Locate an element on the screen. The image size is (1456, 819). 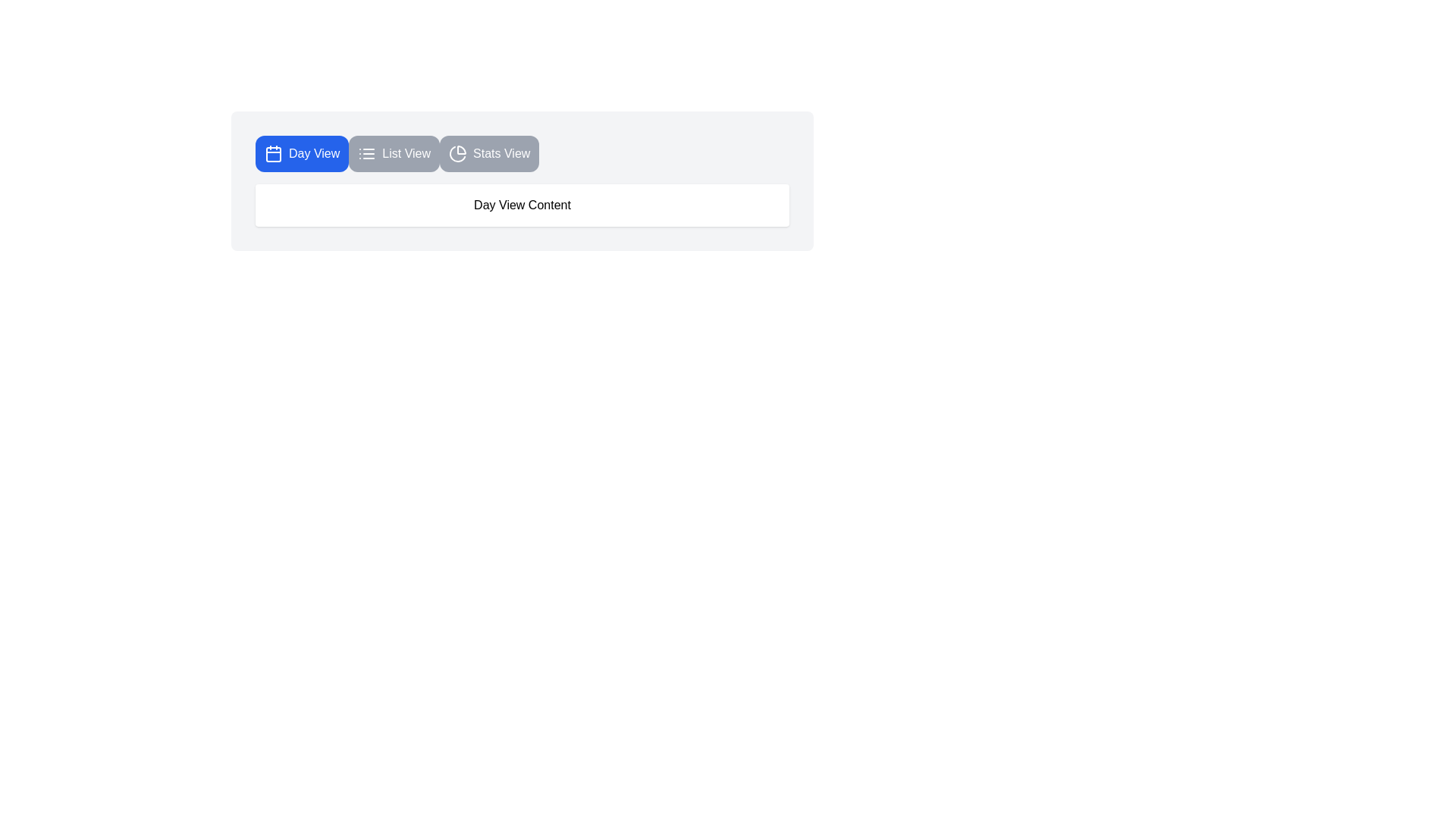
the List View tab by clicking its corresponding button is located at coordinates (394, 154).